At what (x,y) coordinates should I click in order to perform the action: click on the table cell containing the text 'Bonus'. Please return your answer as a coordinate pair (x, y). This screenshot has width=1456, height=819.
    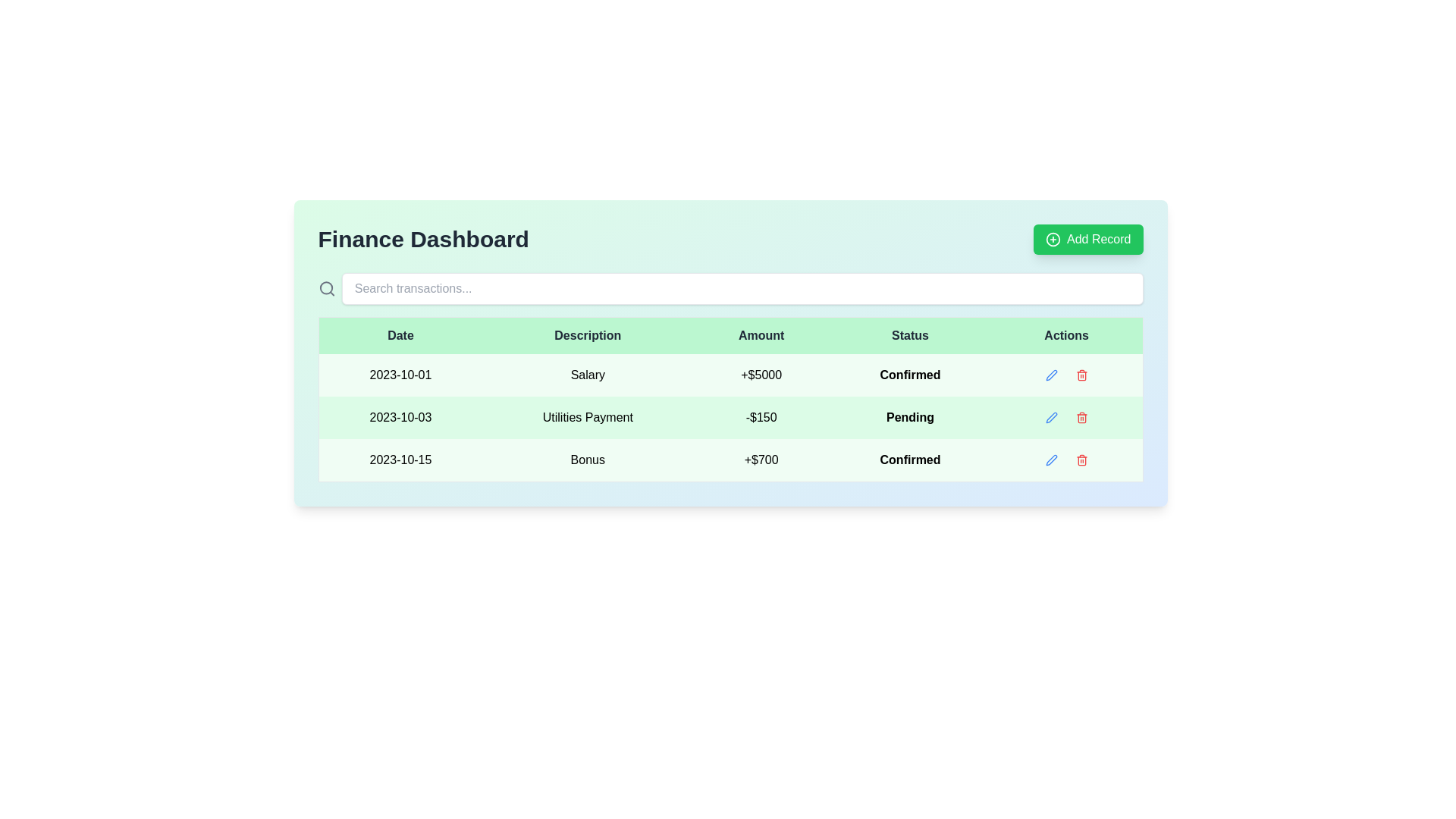
    Looking at the image, I should click on (587, 460).